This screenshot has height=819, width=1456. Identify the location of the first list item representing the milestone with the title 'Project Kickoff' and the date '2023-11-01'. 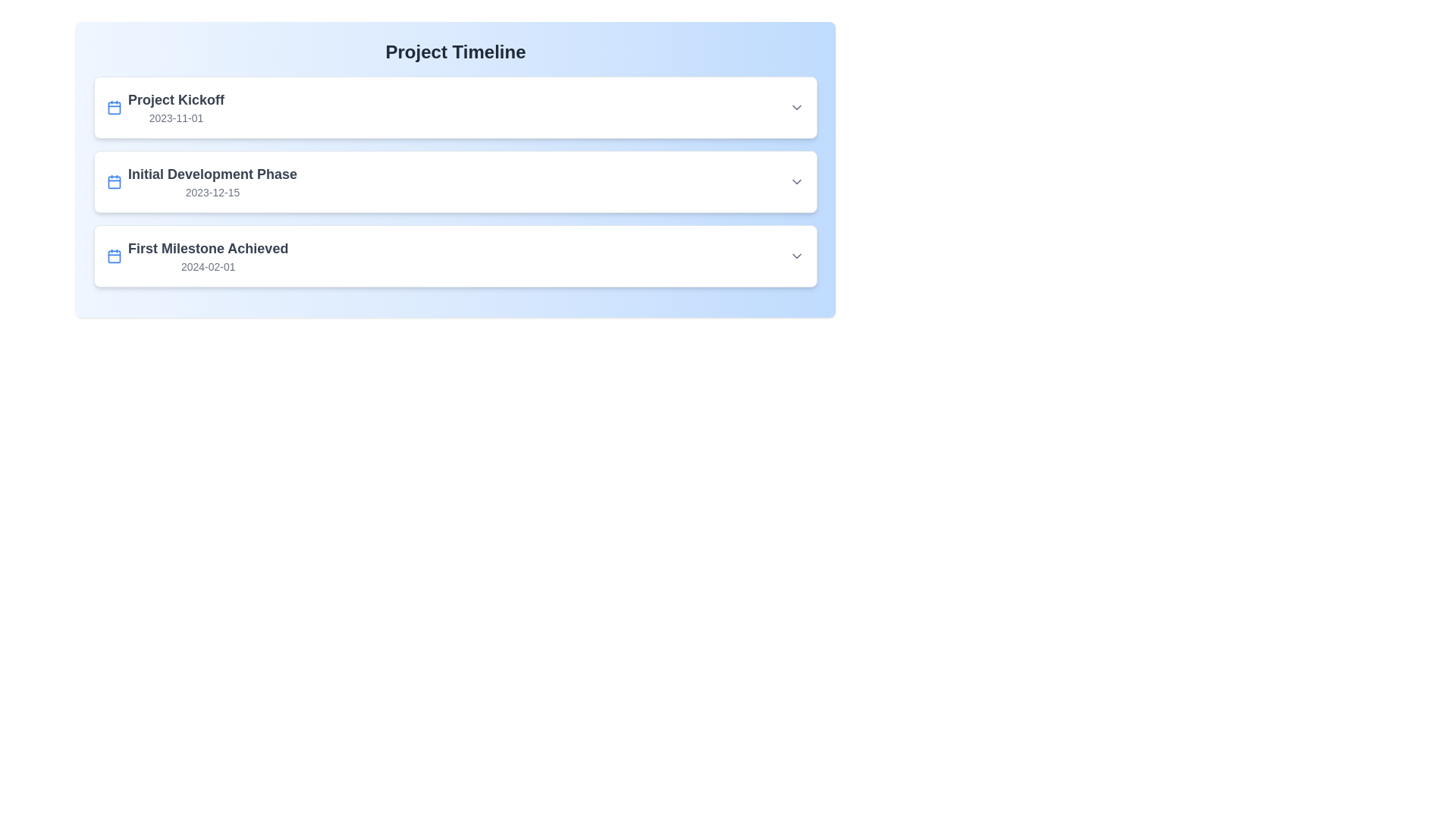
(165, 107).